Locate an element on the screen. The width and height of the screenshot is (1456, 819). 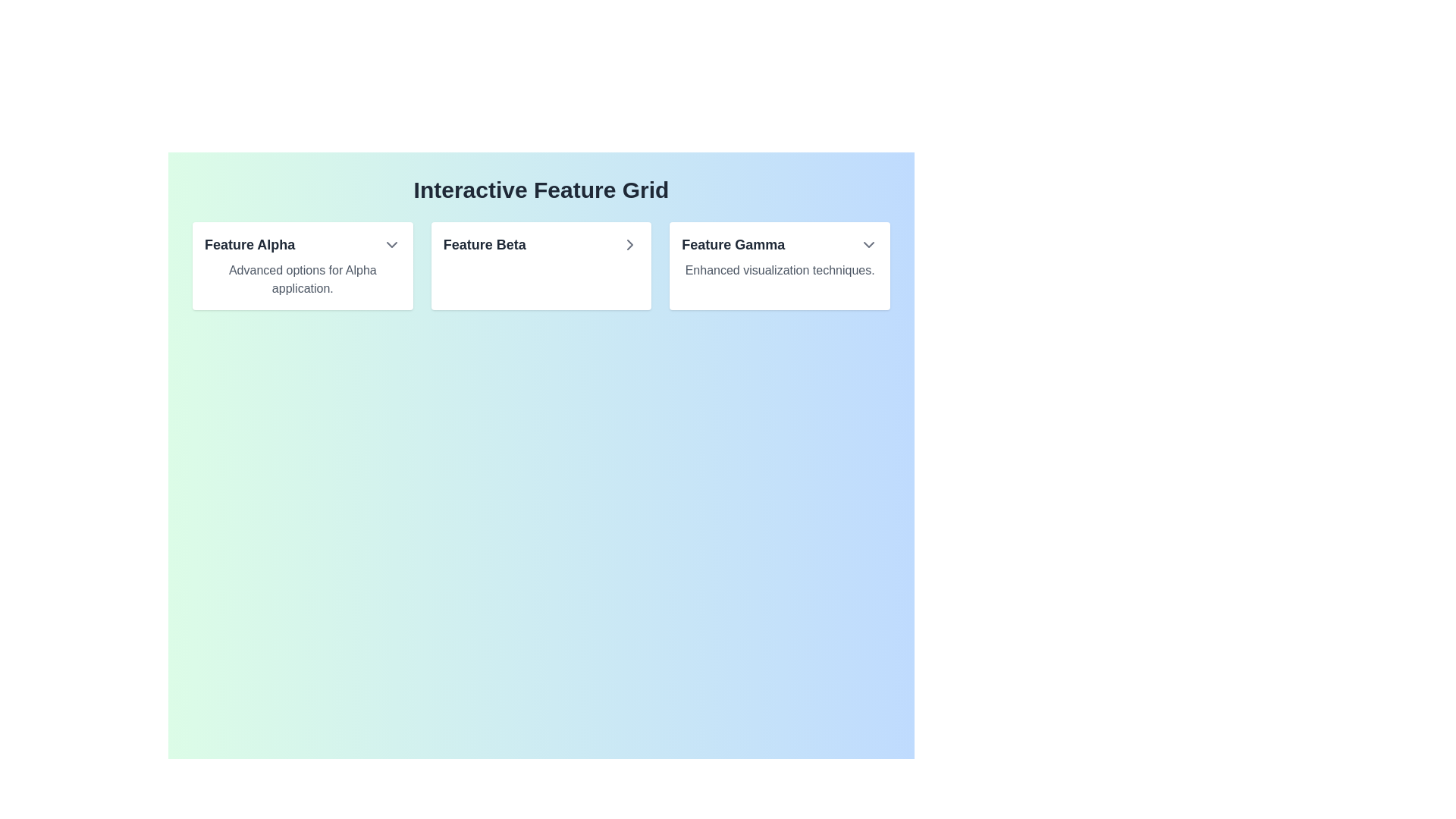
the 'Feature Gamma' expandable box located in the bottom-right corner is located at coordinates (780, 265).